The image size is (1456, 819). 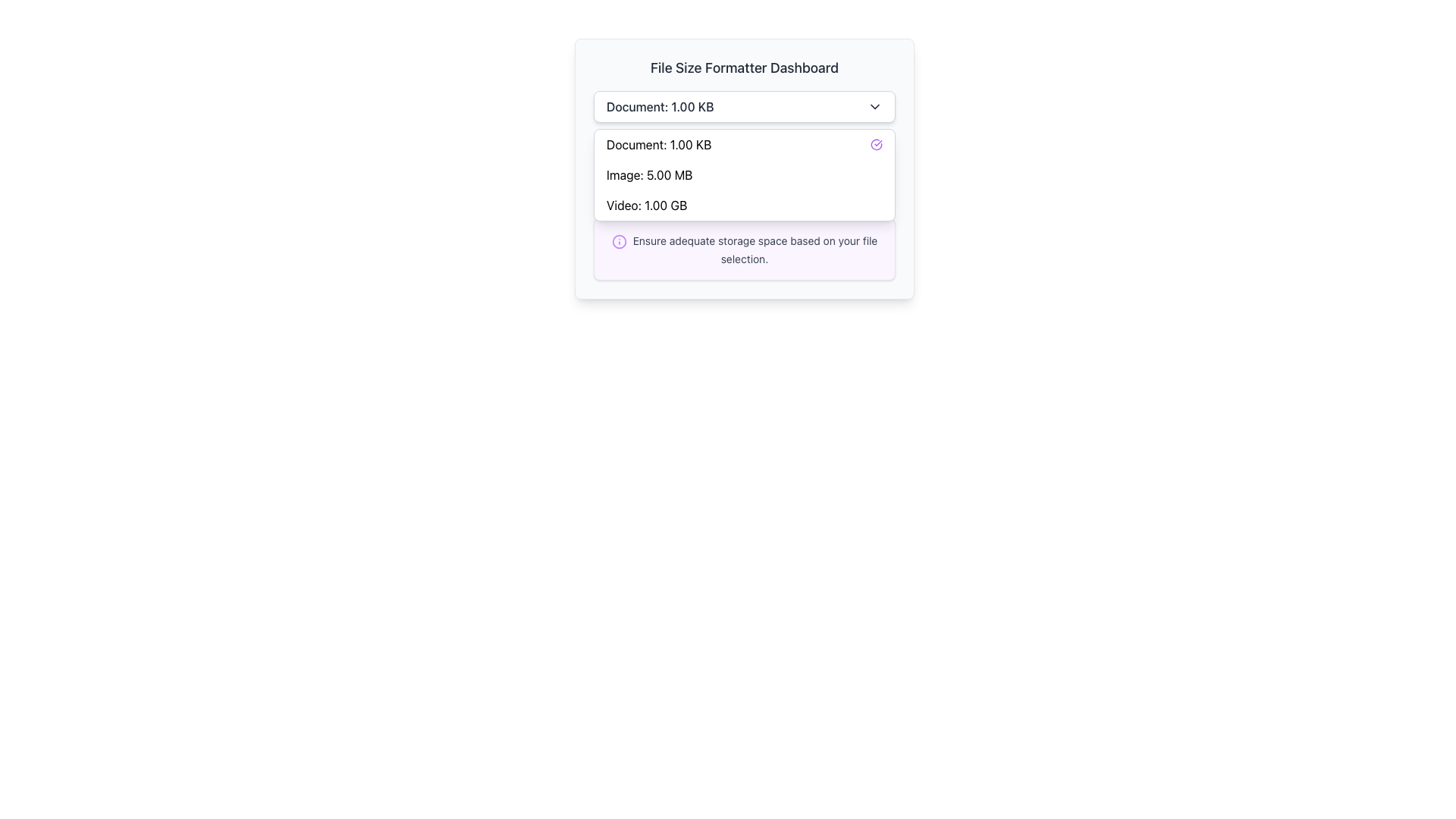 I want to click on the informational icon located in the top-left corner of the message box that contains the text 'Ensure adequate storage space based on your file selection.', so click(x=619, y=240).